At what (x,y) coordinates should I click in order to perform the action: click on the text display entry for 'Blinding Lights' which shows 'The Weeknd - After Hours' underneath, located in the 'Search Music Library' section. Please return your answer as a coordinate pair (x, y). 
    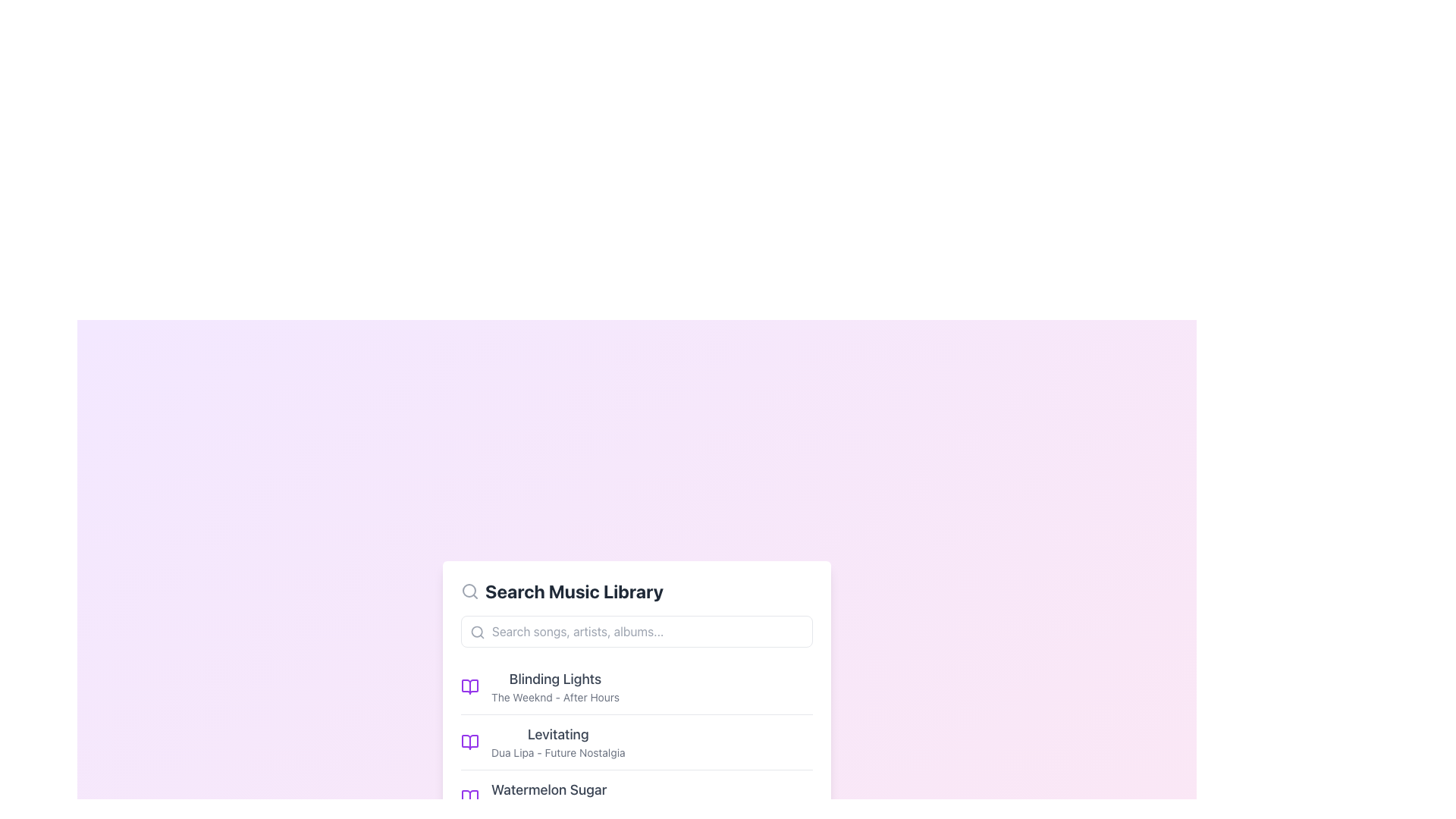
    Looking at the image, I should click on (554, 686).